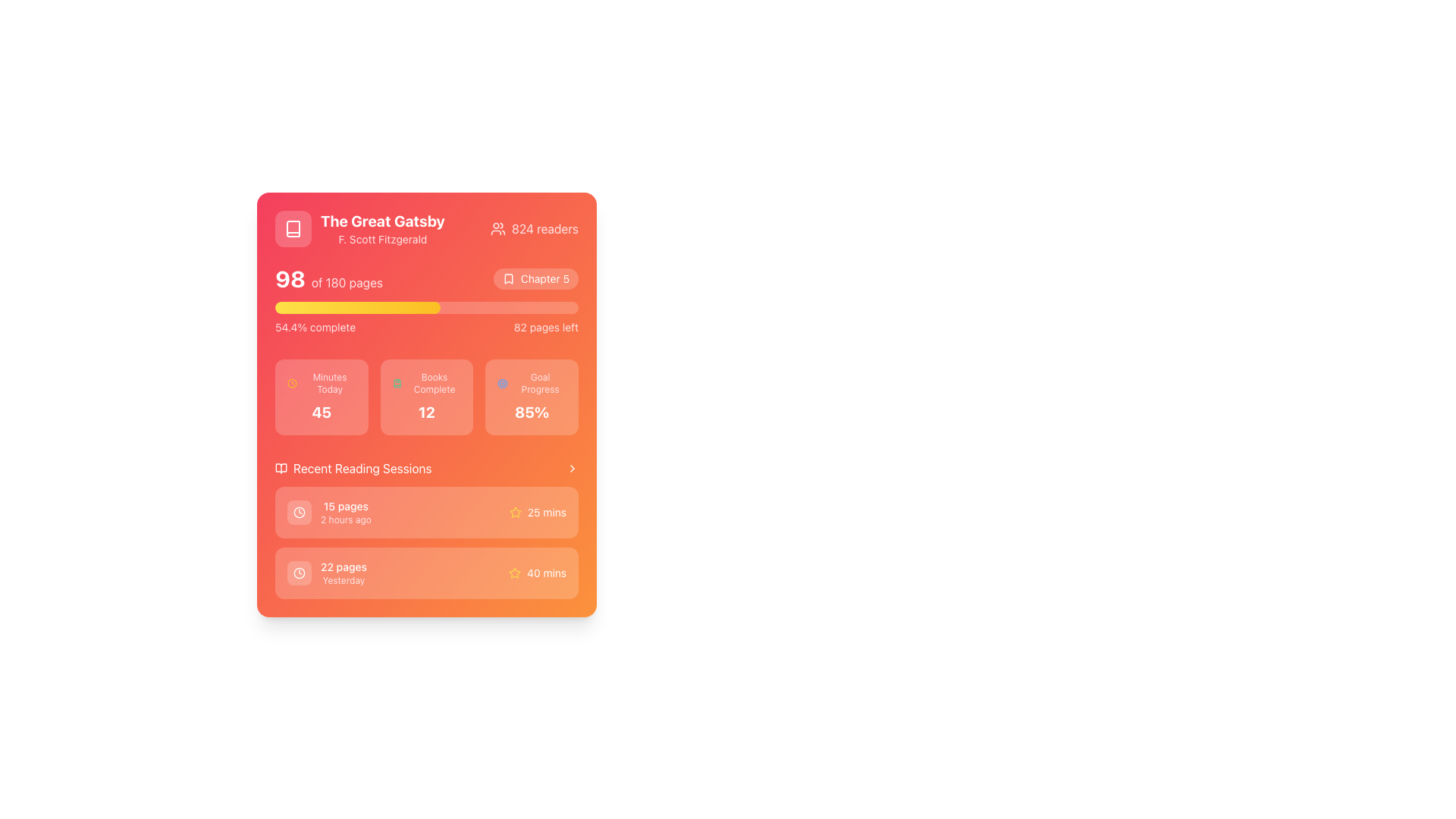  What do you see at coordinates (515, 573) in the screenshot?
I see `the star-shaped icon that represents a favorite or significant item, located to the right of the text '25 mins' under the 'Recent Reading Sessions' section` at bounding box center [515, 573].